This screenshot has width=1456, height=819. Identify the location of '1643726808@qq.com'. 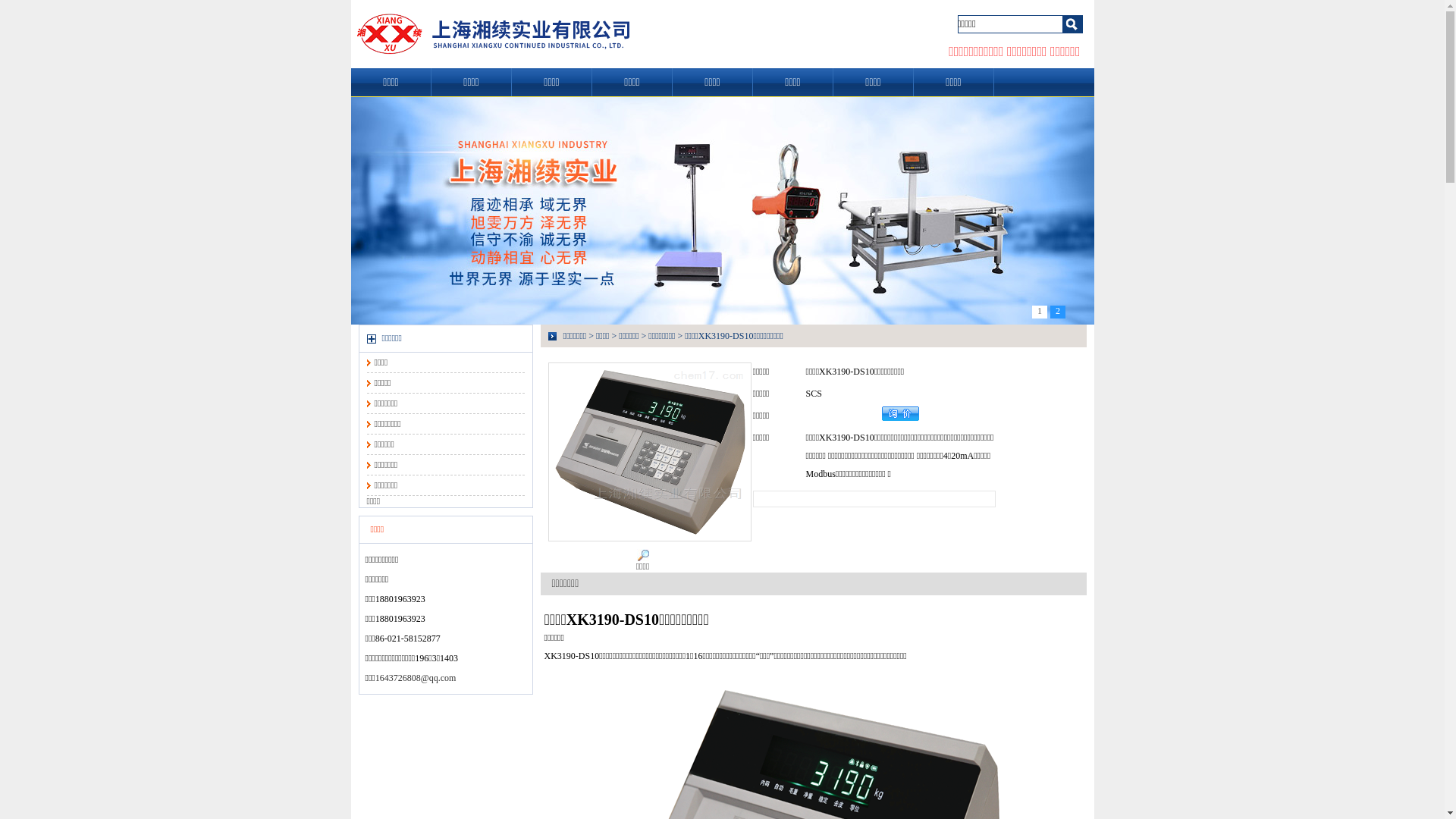
(375, 677).